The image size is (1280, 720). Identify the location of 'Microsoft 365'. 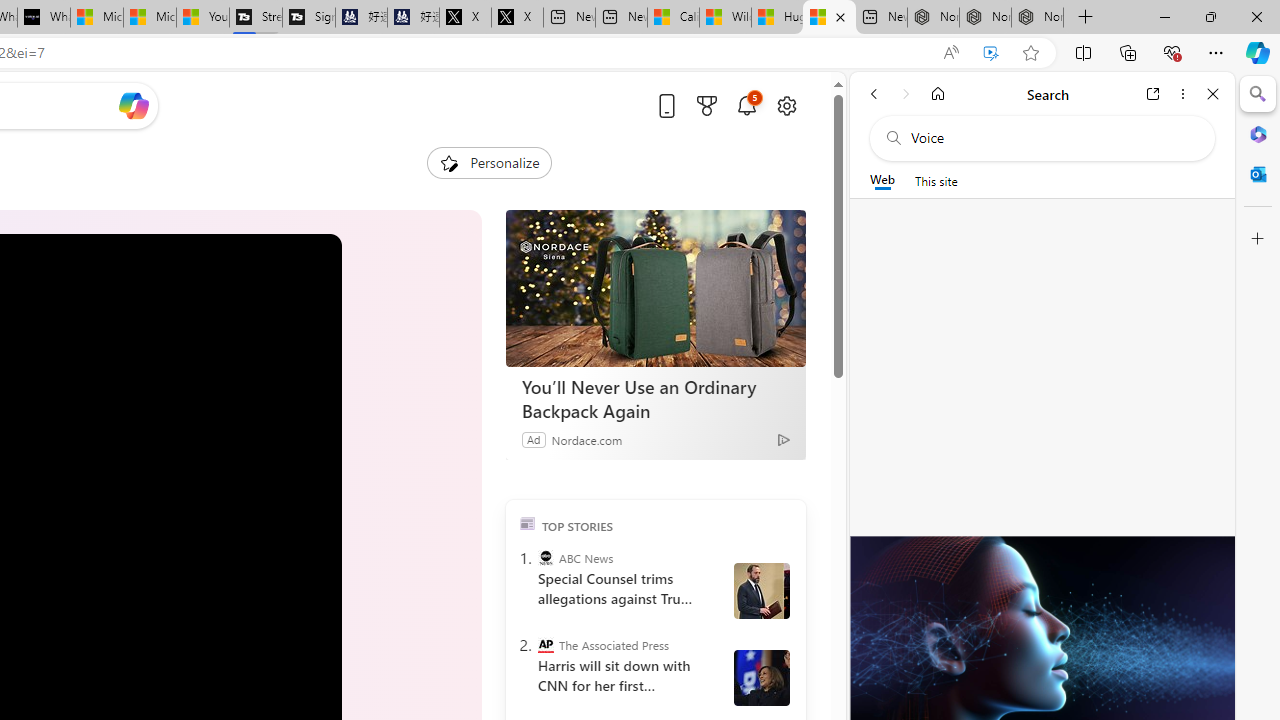
(1257, 133).